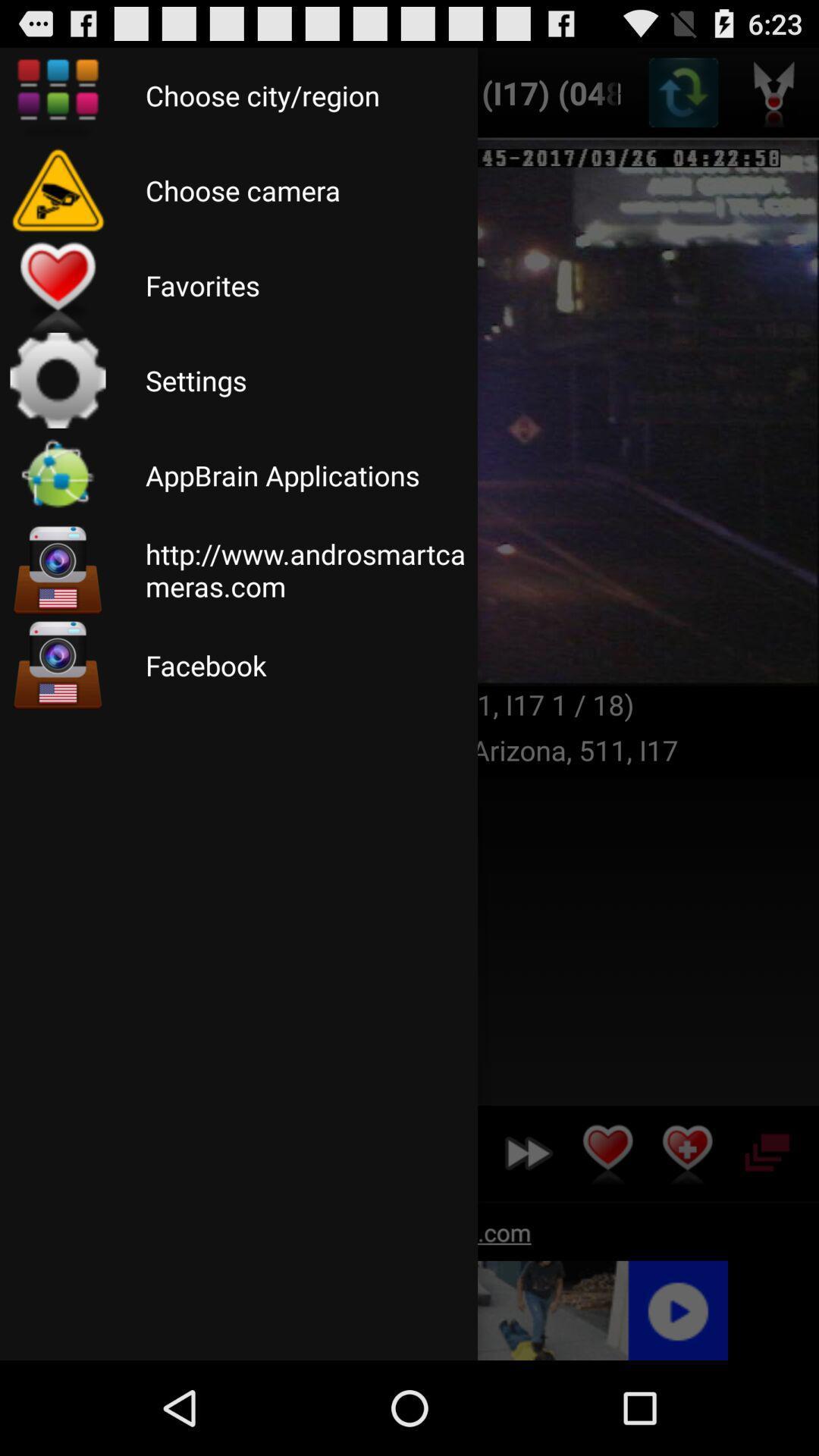 The height and width of the screenshot is (1456, 819). What do you see at coordinates (687, 1234) in the screenshot?
I see `the favorite icon` at bounding box center [687, 1234].